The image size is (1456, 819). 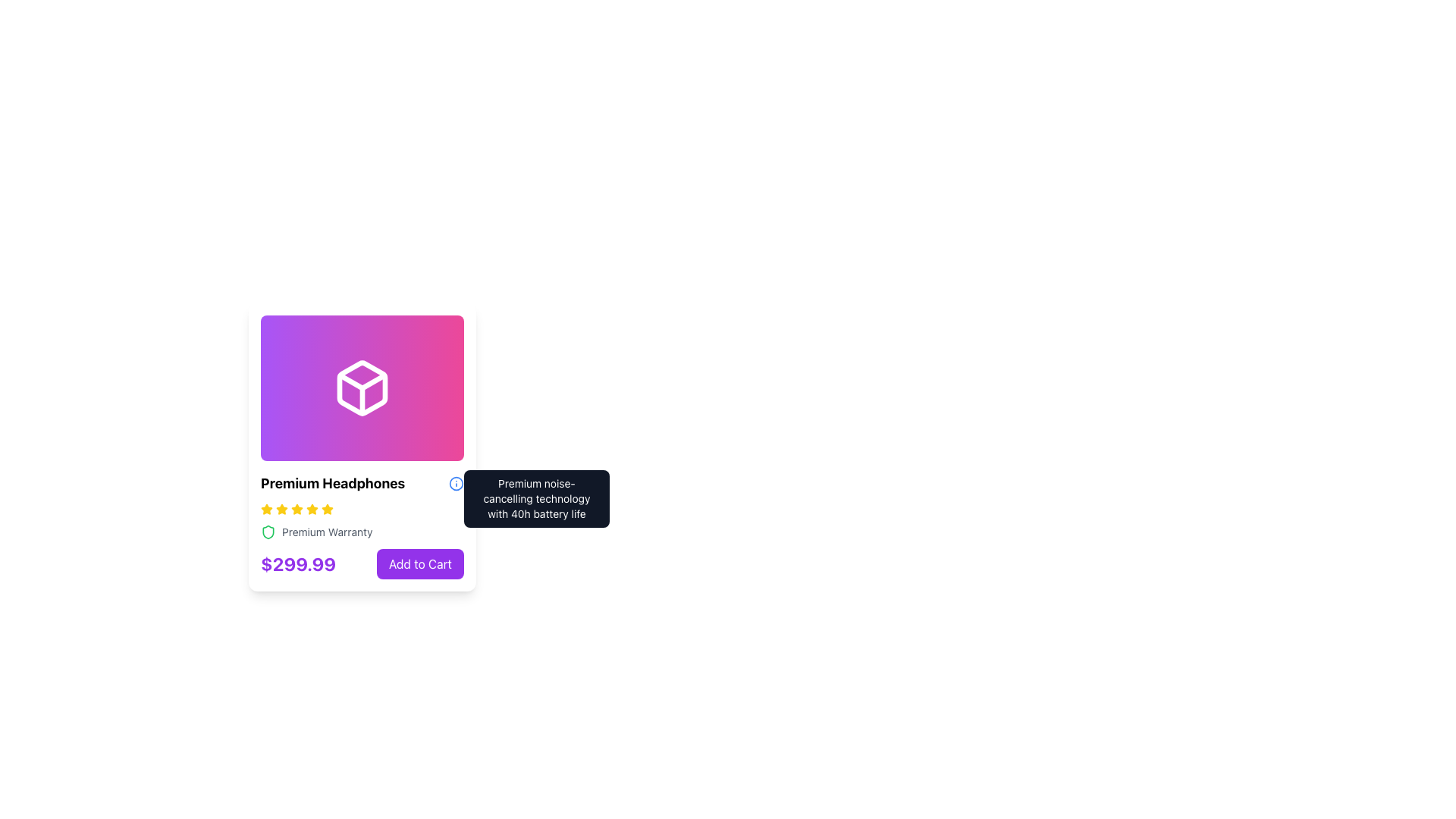 What do you see at coordinates (268, 532) in the screenshot?
I see `the small green shield icon located next to the text 'Premium Warranty', which is beneath the star rating for the item` at bounding box center [268, 532].